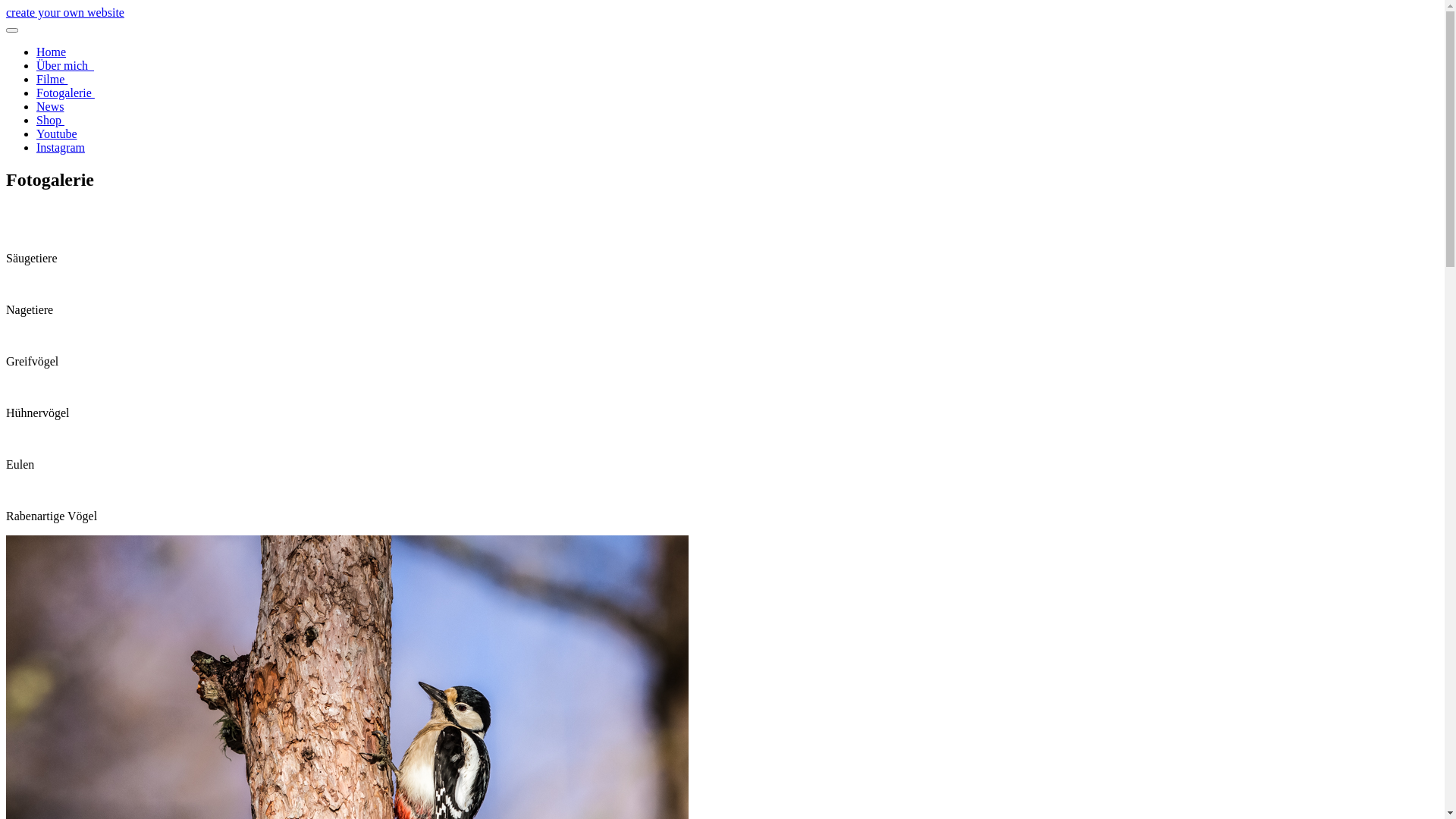  Describe the element at coordinates (61, 147) in the screenshot. I see `'Instagram'` at that location.